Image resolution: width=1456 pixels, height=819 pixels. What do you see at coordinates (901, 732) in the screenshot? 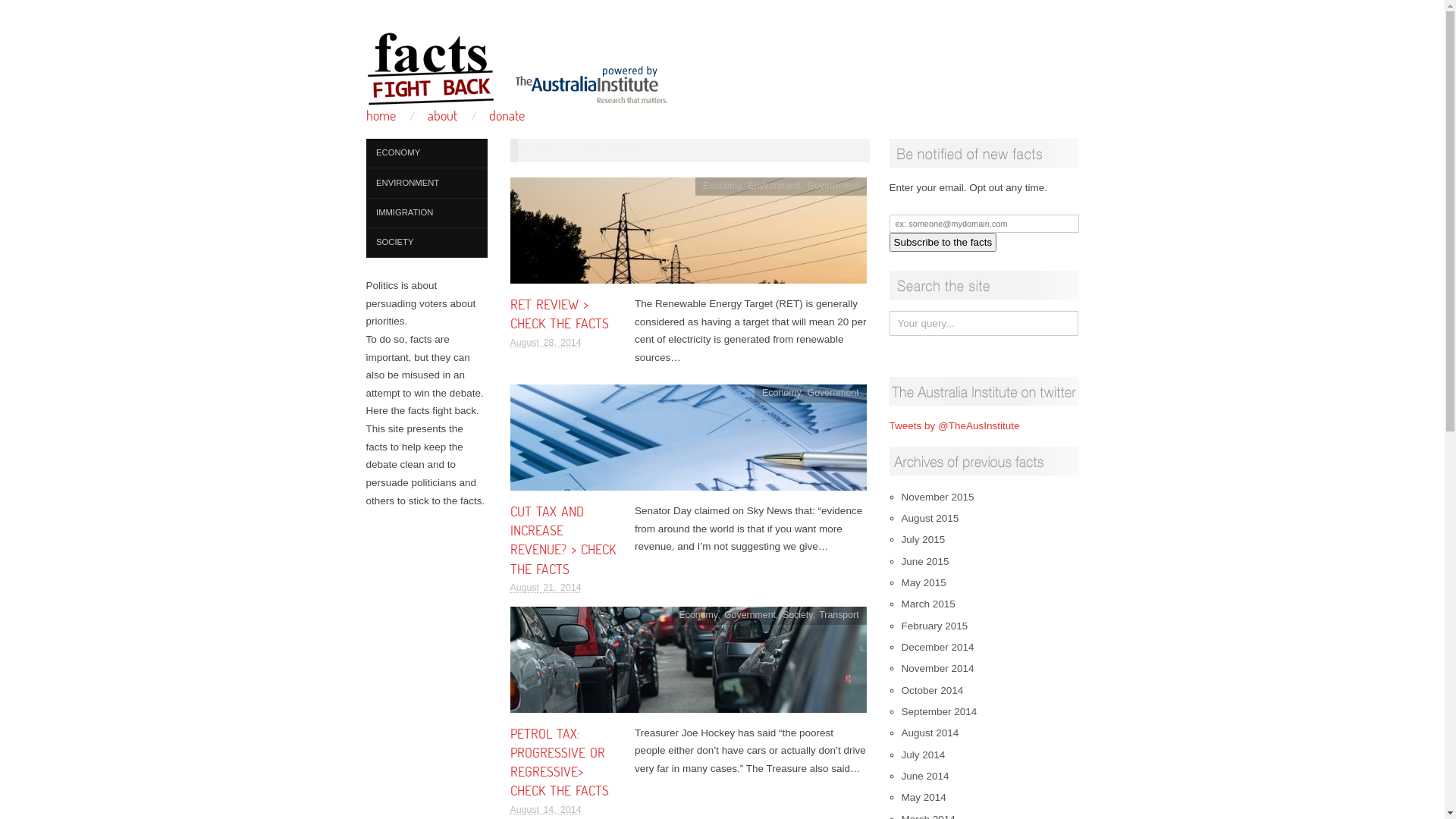
I see `'August 2014'` at bounding box center [901, 732].